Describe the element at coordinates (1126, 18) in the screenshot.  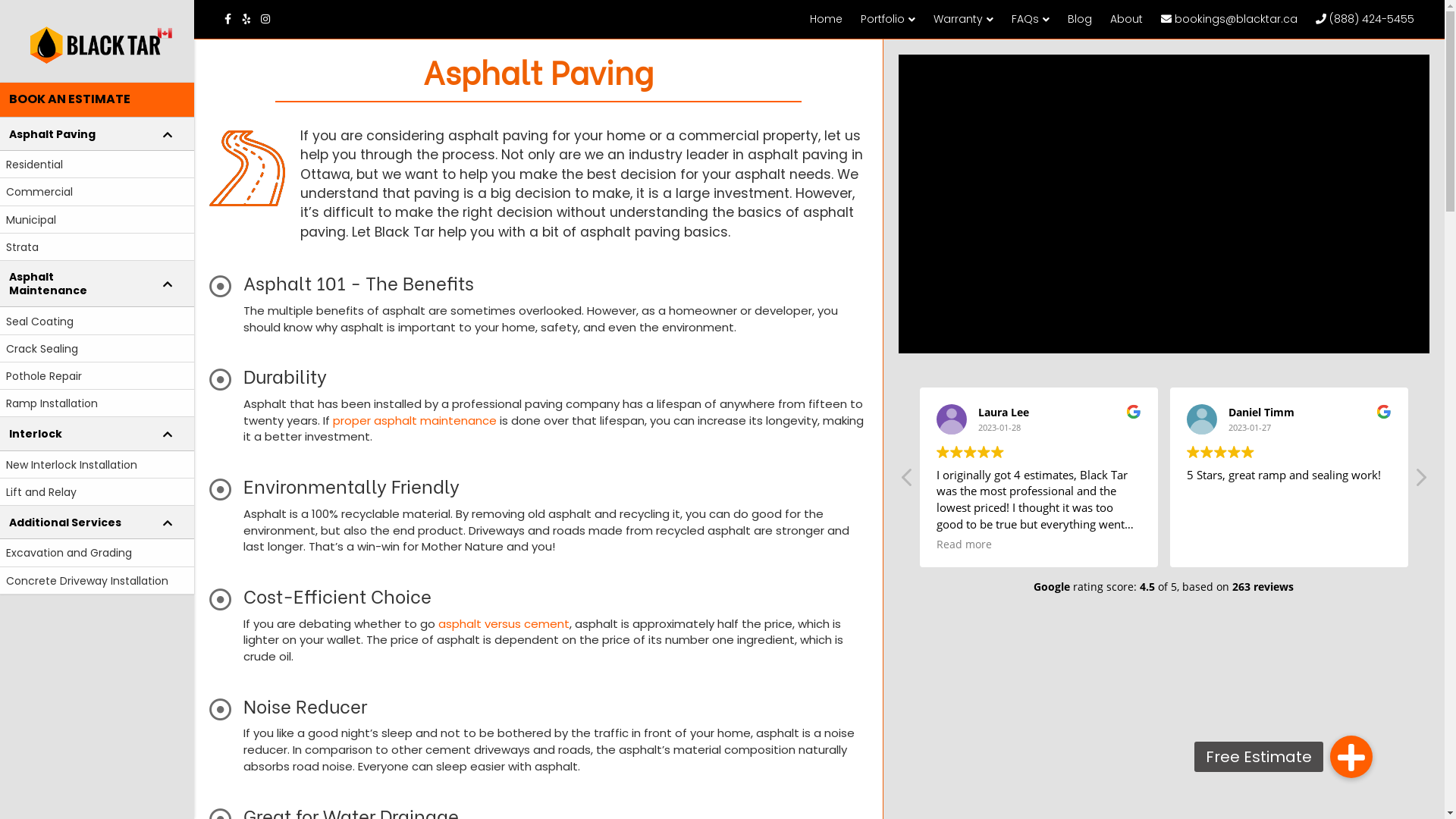
I see `'About'` at that location.